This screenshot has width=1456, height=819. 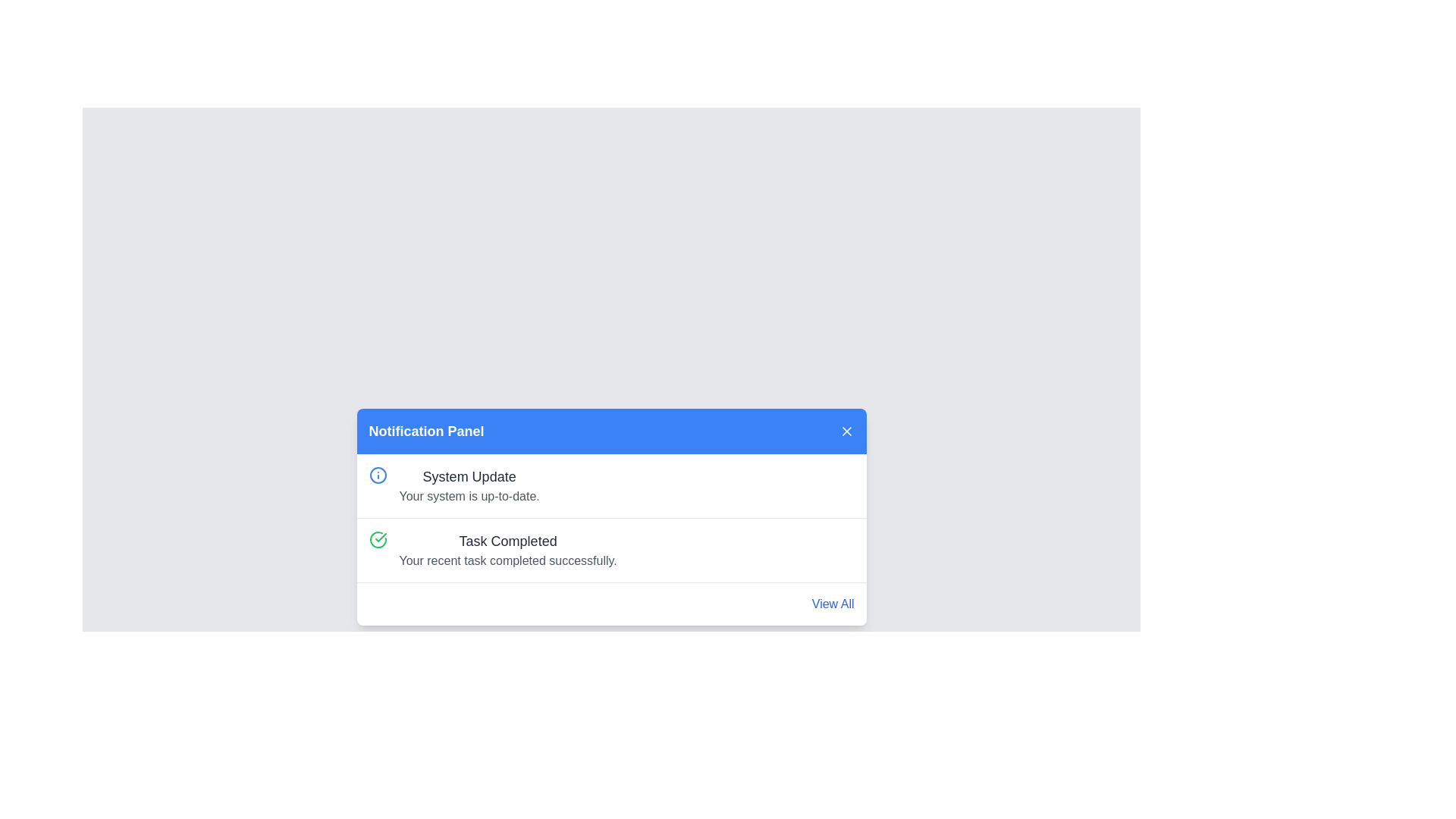 I want to click on notification text of the second notification item in the notification panel, which states 'Your recent task completed successfully.', so click(x=611, y=550).